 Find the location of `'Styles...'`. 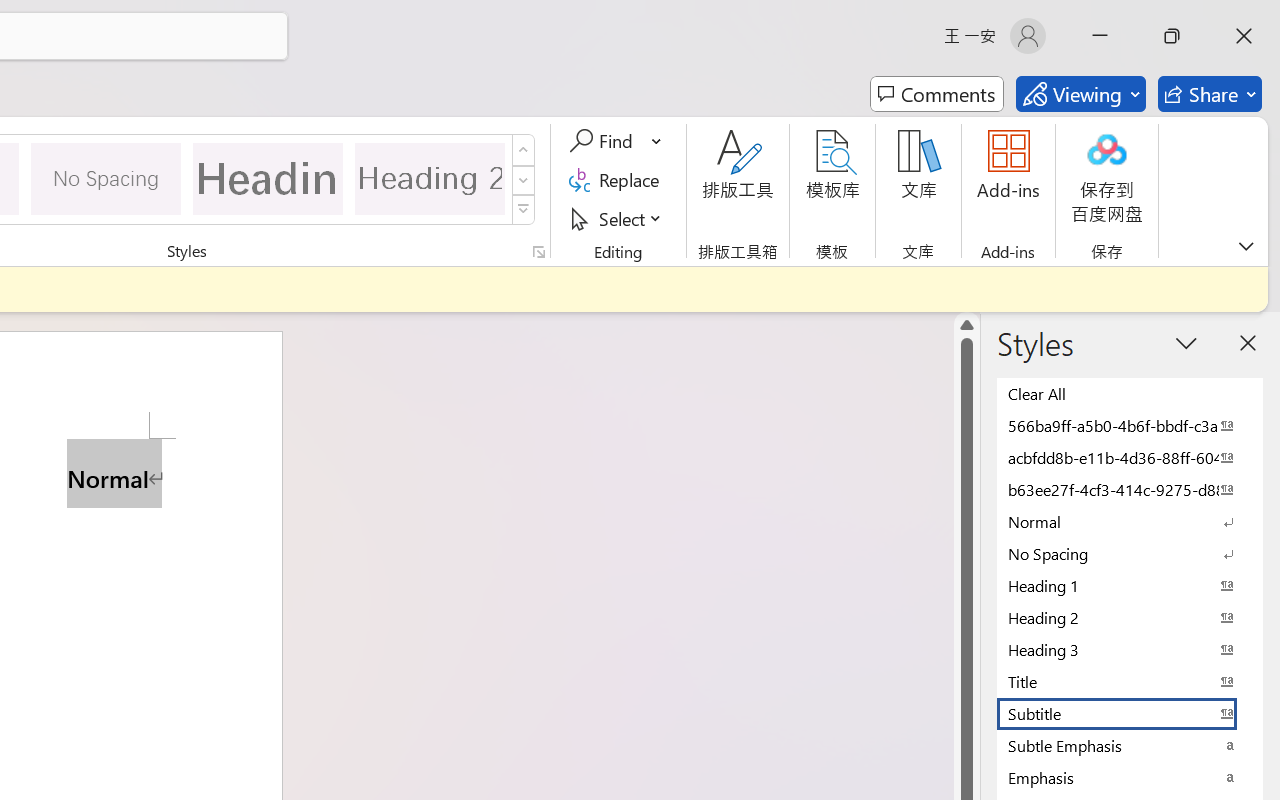

'Styles...' is located at coordinates (538, 251).